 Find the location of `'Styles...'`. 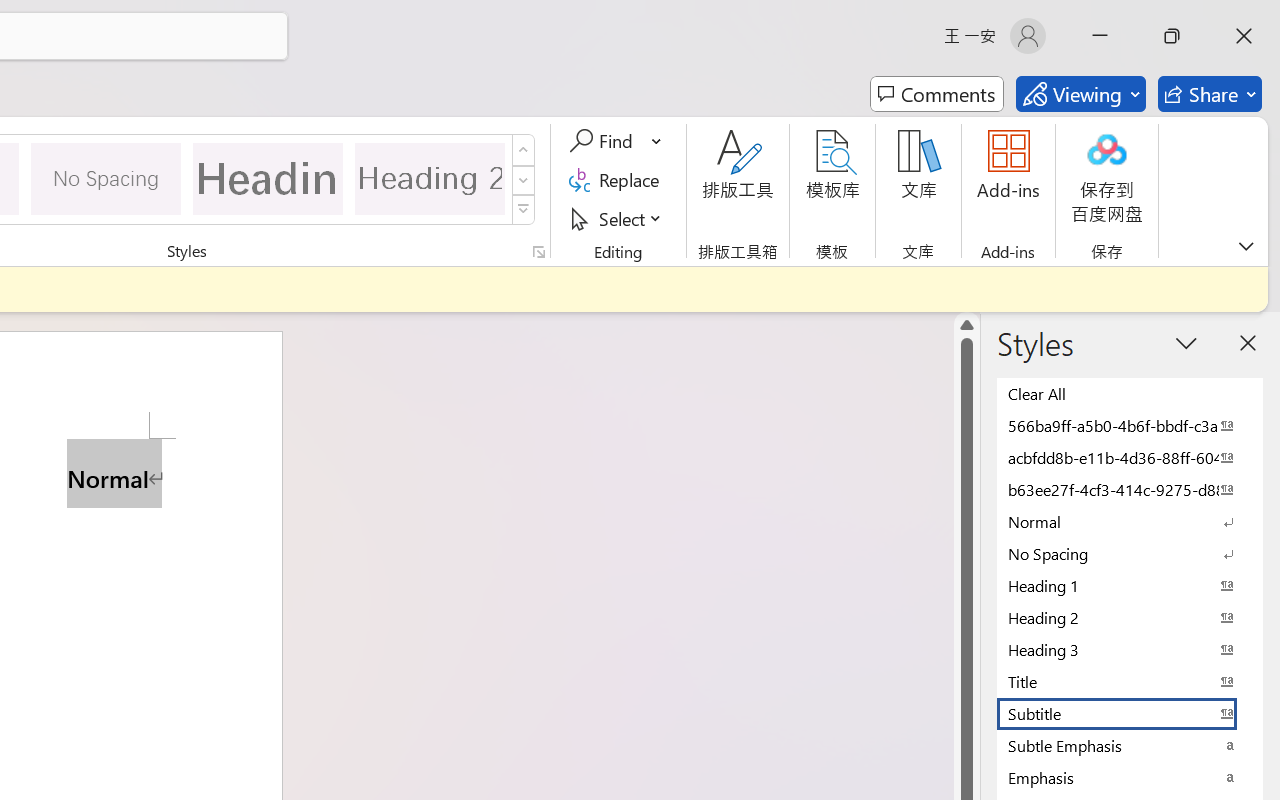

'Styles...' is located at coordinates (538, 251).